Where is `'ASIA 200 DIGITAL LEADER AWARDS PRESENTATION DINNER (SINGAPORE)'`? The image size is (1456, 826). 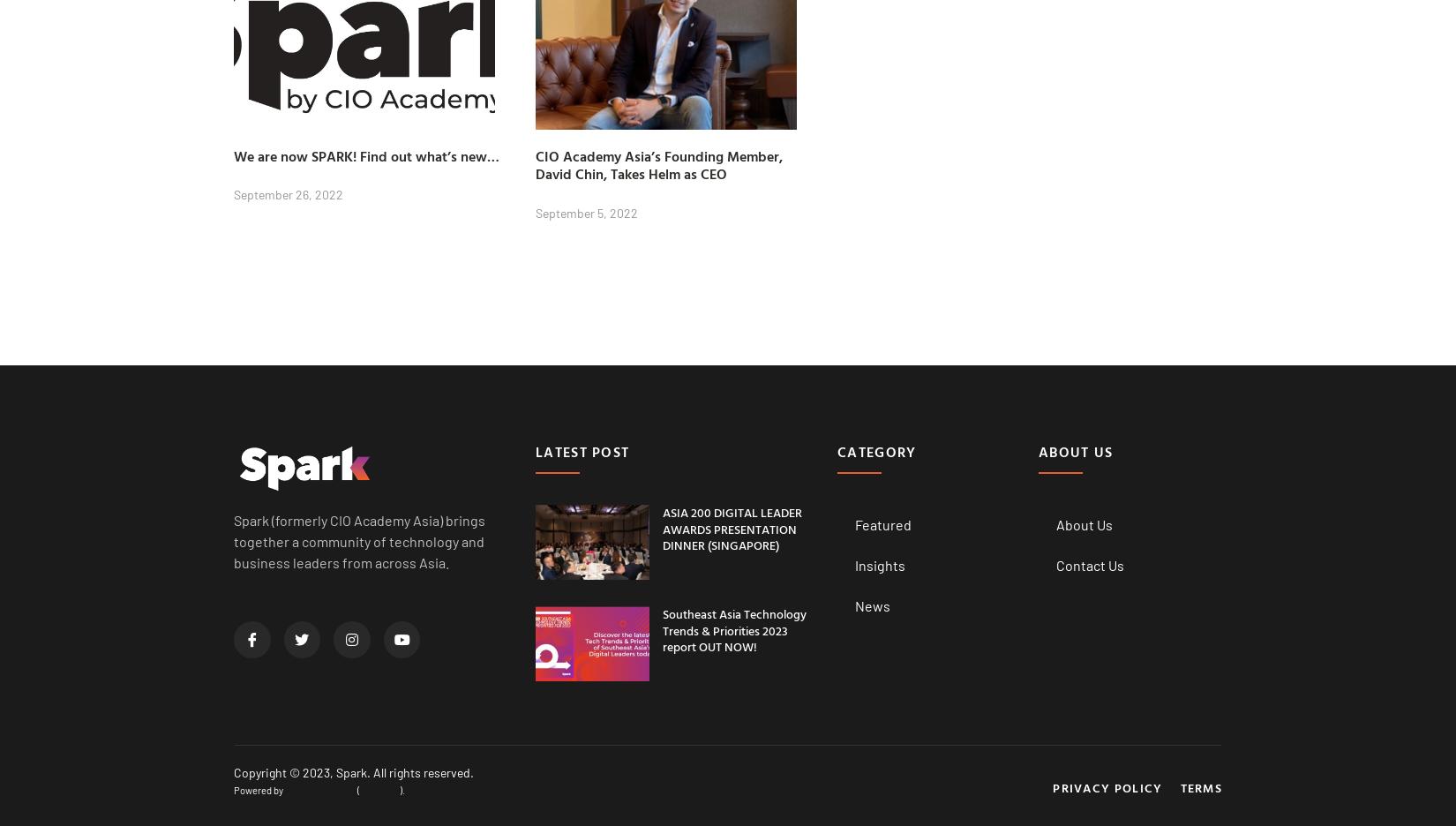 'ASIA 200 DIGITAL LEADER AWARDS PRESENTATION DINNER (SINGAPORE)' is located at coordinates (731, 528).